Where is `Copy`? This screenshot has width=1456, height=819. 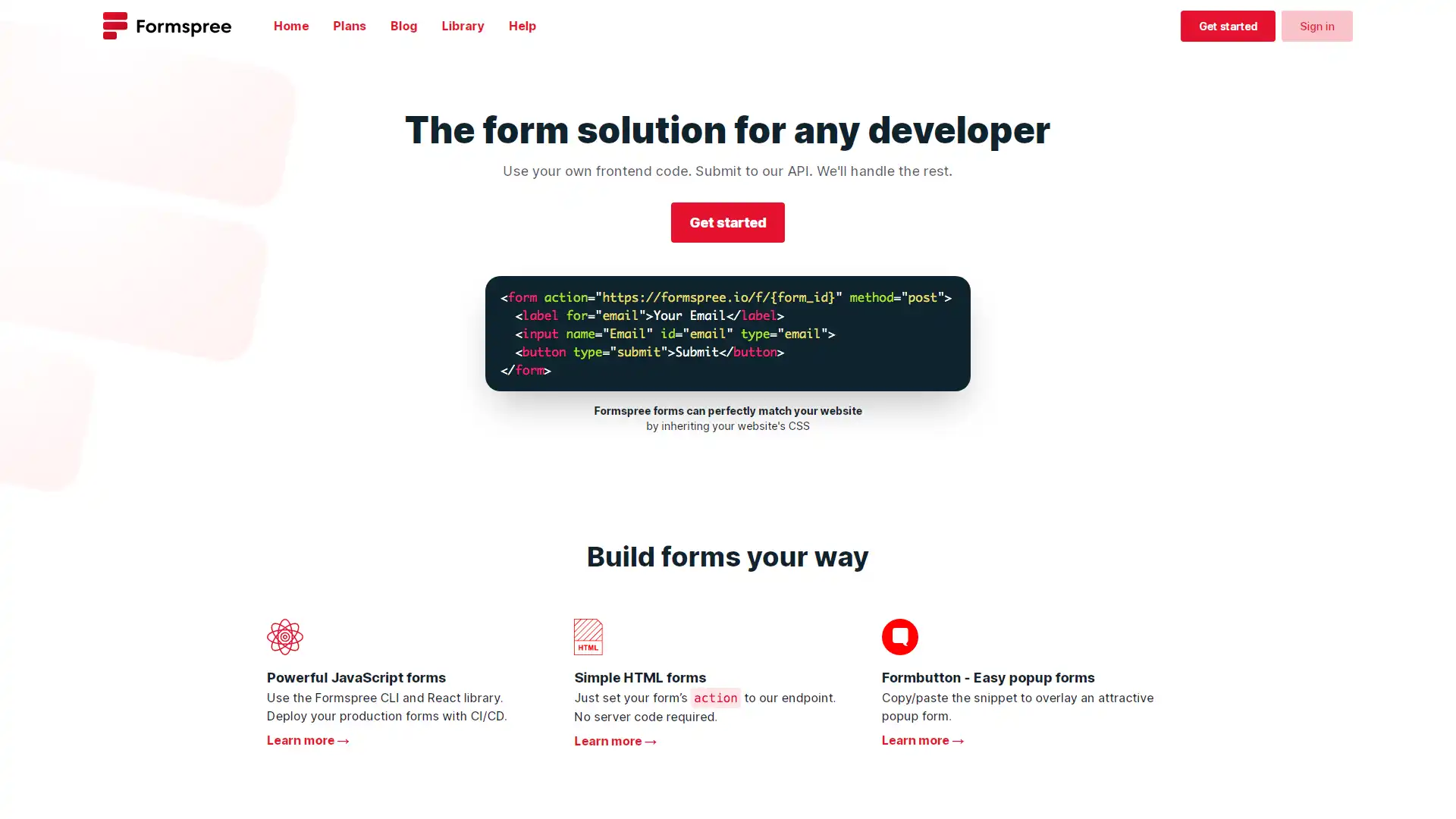 Copy is located at coordinates (943, 301).